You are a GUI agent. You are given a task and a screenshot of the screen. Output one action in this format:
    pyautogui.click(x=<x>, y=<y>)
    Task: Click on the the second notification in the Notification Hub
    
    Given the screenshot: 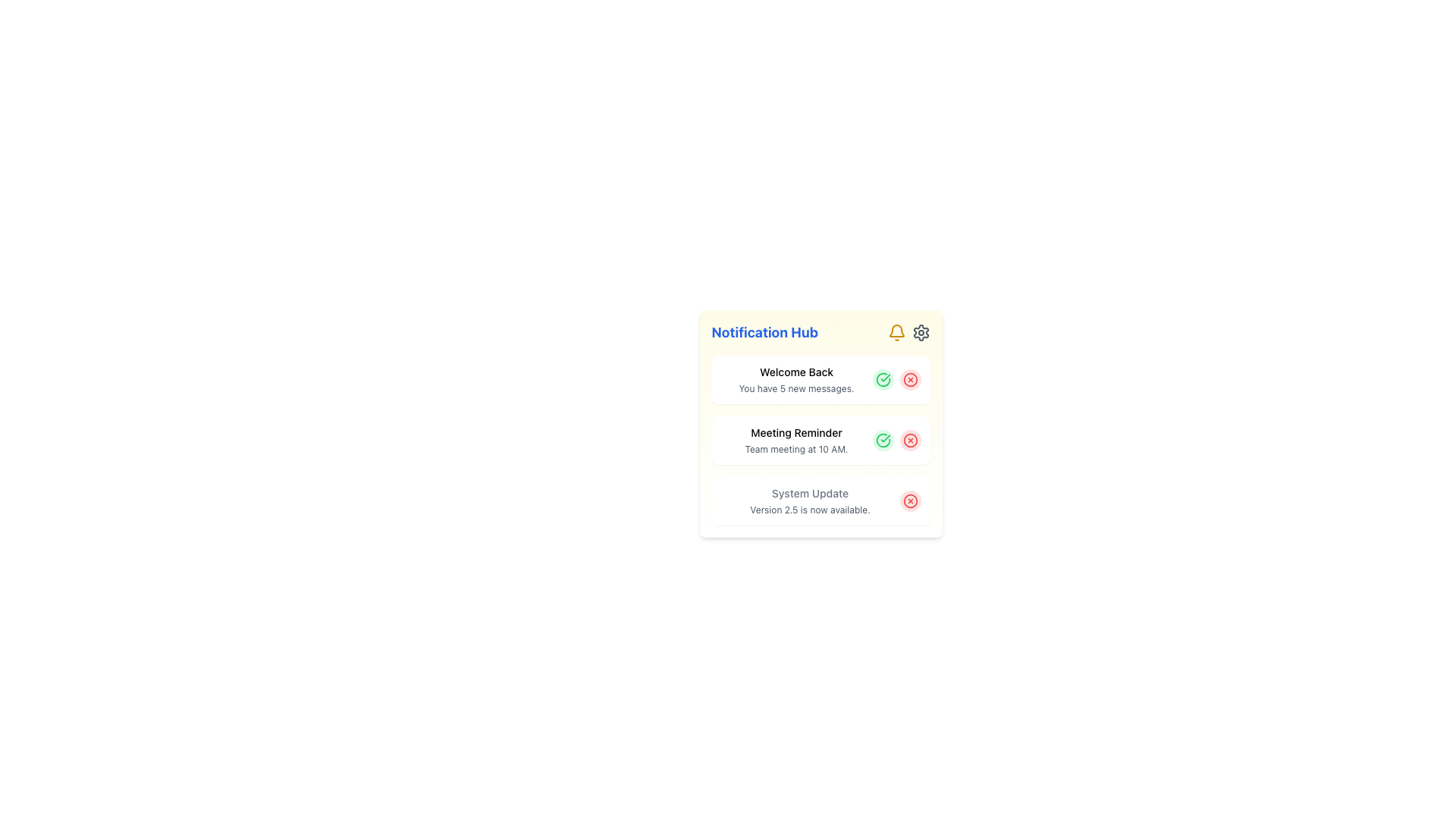 What is the action you would take?
    pyautogui.click(x=820, y=424)
    